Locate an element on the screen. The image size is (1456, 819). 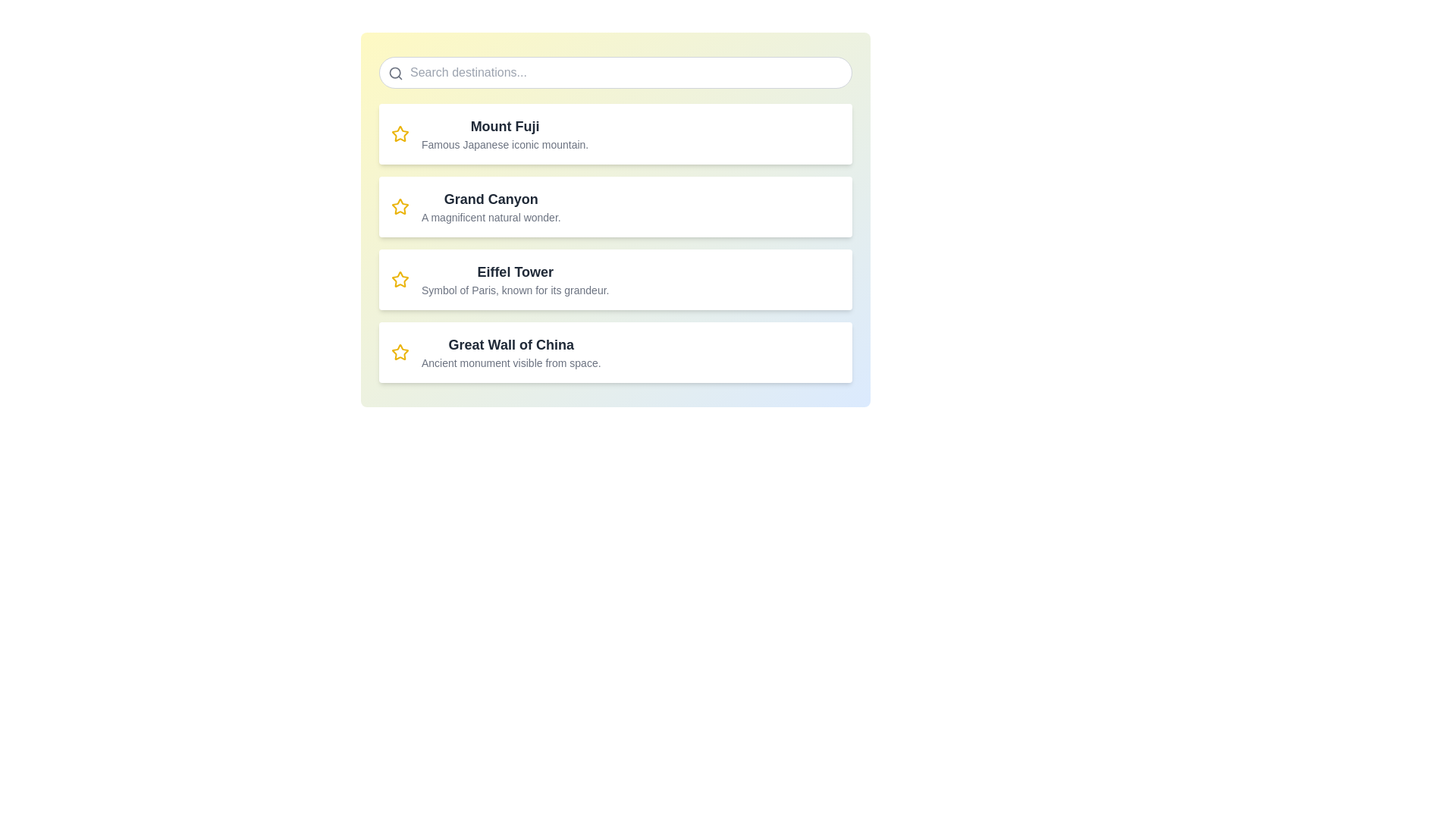
the static text label displaying 'Eiffel Tower', which serves as a heading for the destination and is positioned centrally above the description 'Symbol of Paris, known for its grandeur' is located at coordinates (515, 271).